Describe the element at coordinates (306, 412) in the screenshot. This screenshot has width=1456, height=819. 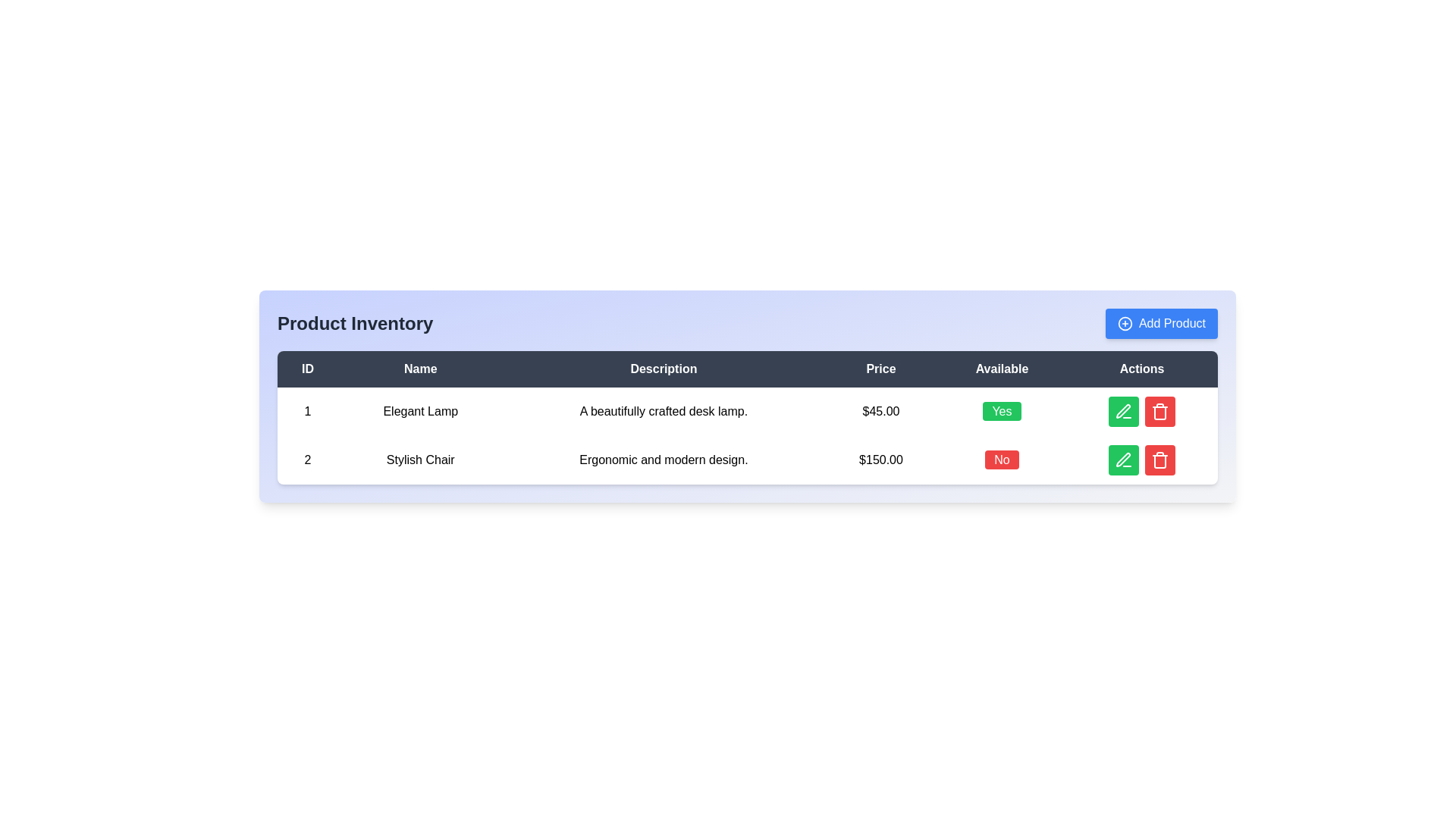
I see `the first table cell that displays the ID value of the first item in the inventory, which is located in the first row under the 'ID' column` at that location.